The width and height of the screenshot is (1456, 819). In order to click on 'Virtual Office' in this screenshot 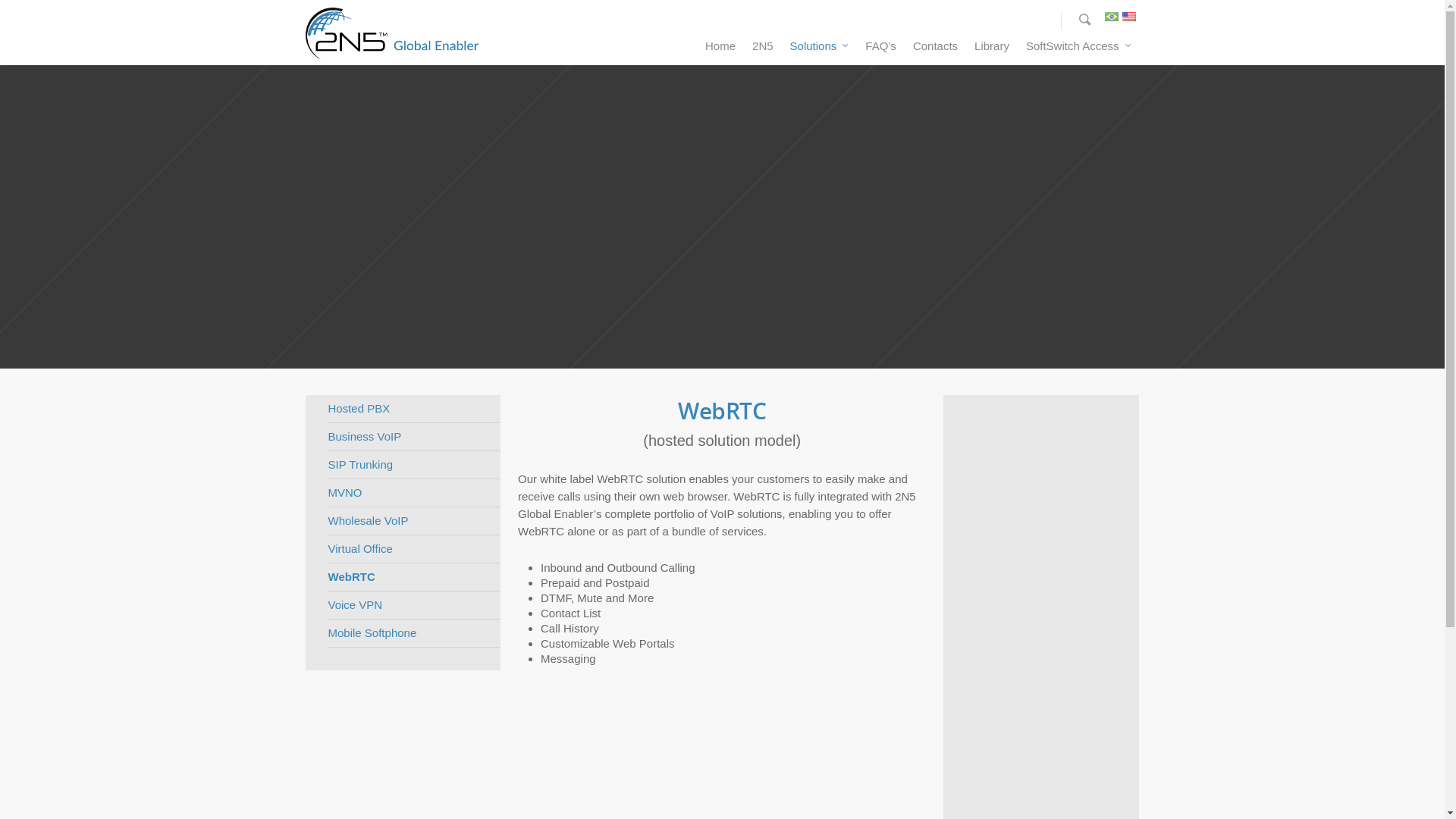, I will do `click(413, 549)`.